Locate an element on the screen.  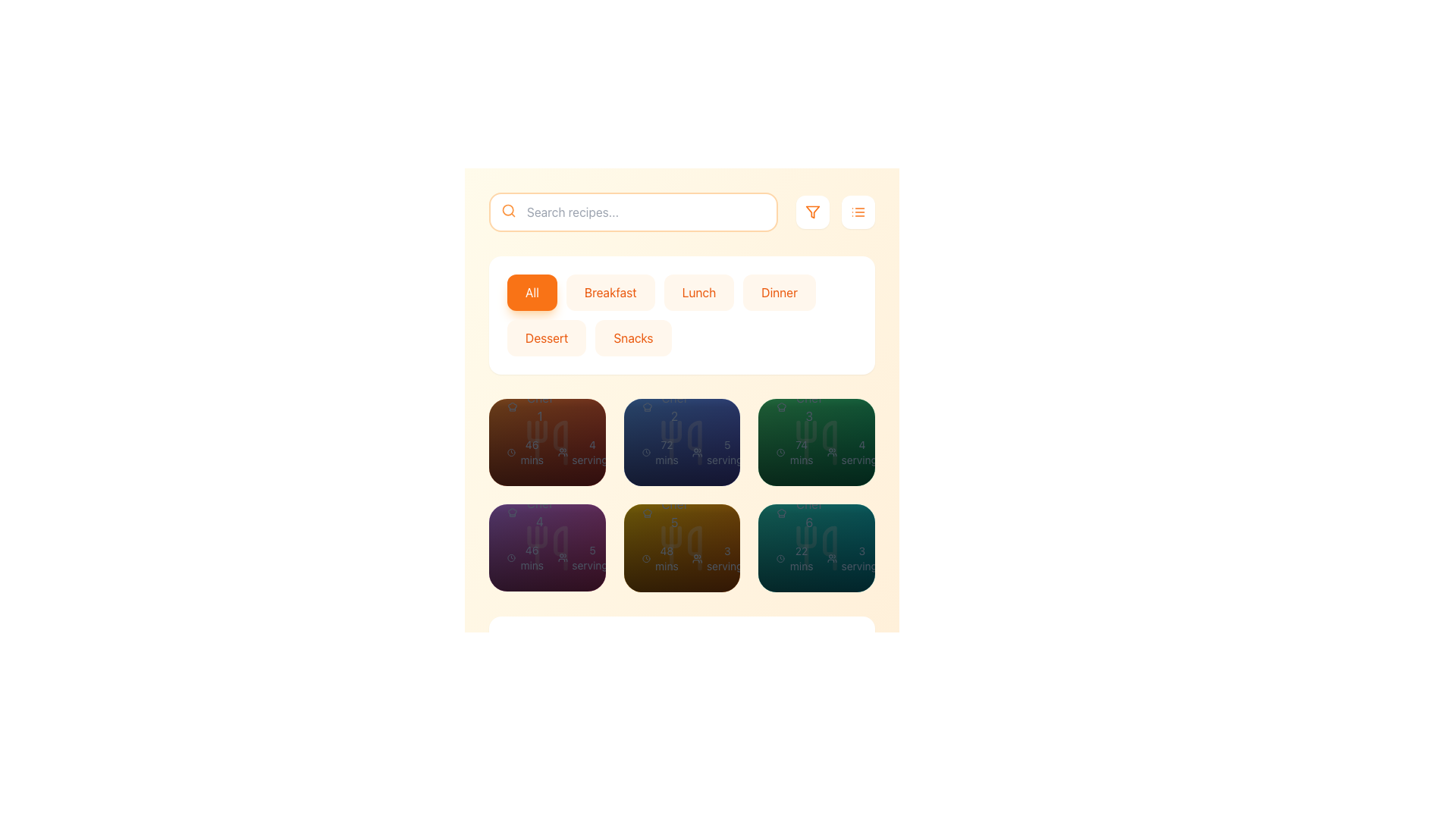
the recipe card located in the bottom row of the grid, which is the last element in its row is located at coordinates (815, 512).